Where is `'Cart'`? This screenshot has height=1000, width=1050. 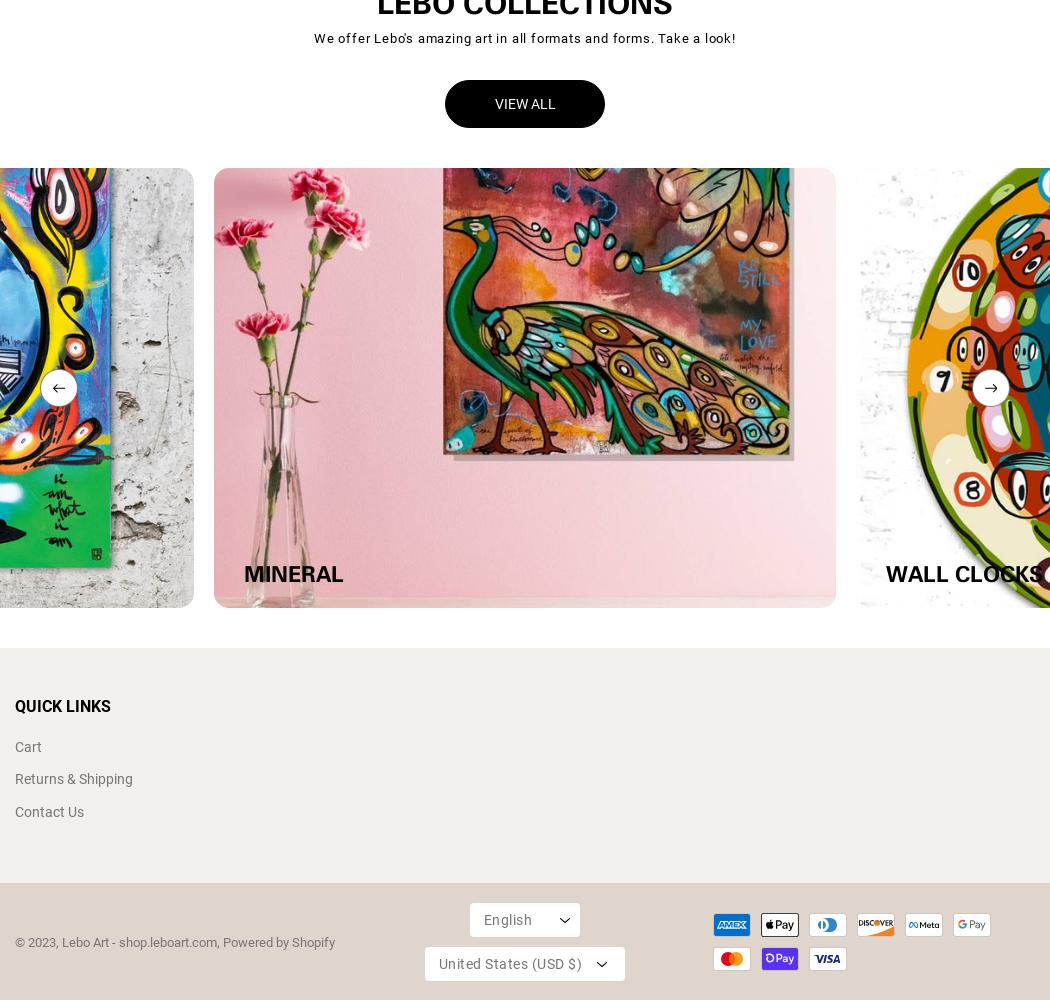
'Cart' is located at coordinates (28, 745).